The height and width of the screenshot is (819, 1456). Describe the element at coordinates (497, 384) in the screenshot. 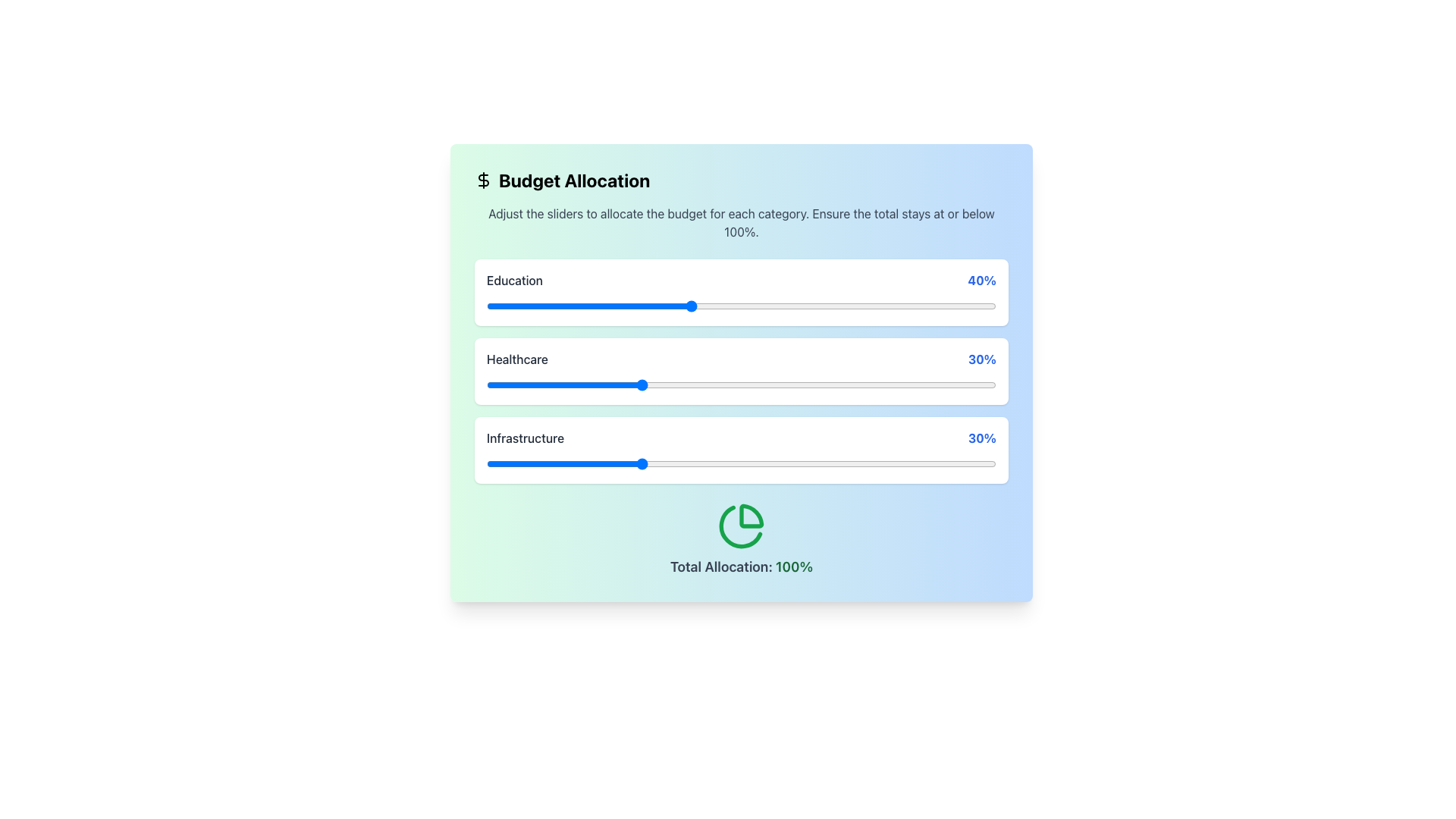

I see `healthcare budget allocation` at that location.